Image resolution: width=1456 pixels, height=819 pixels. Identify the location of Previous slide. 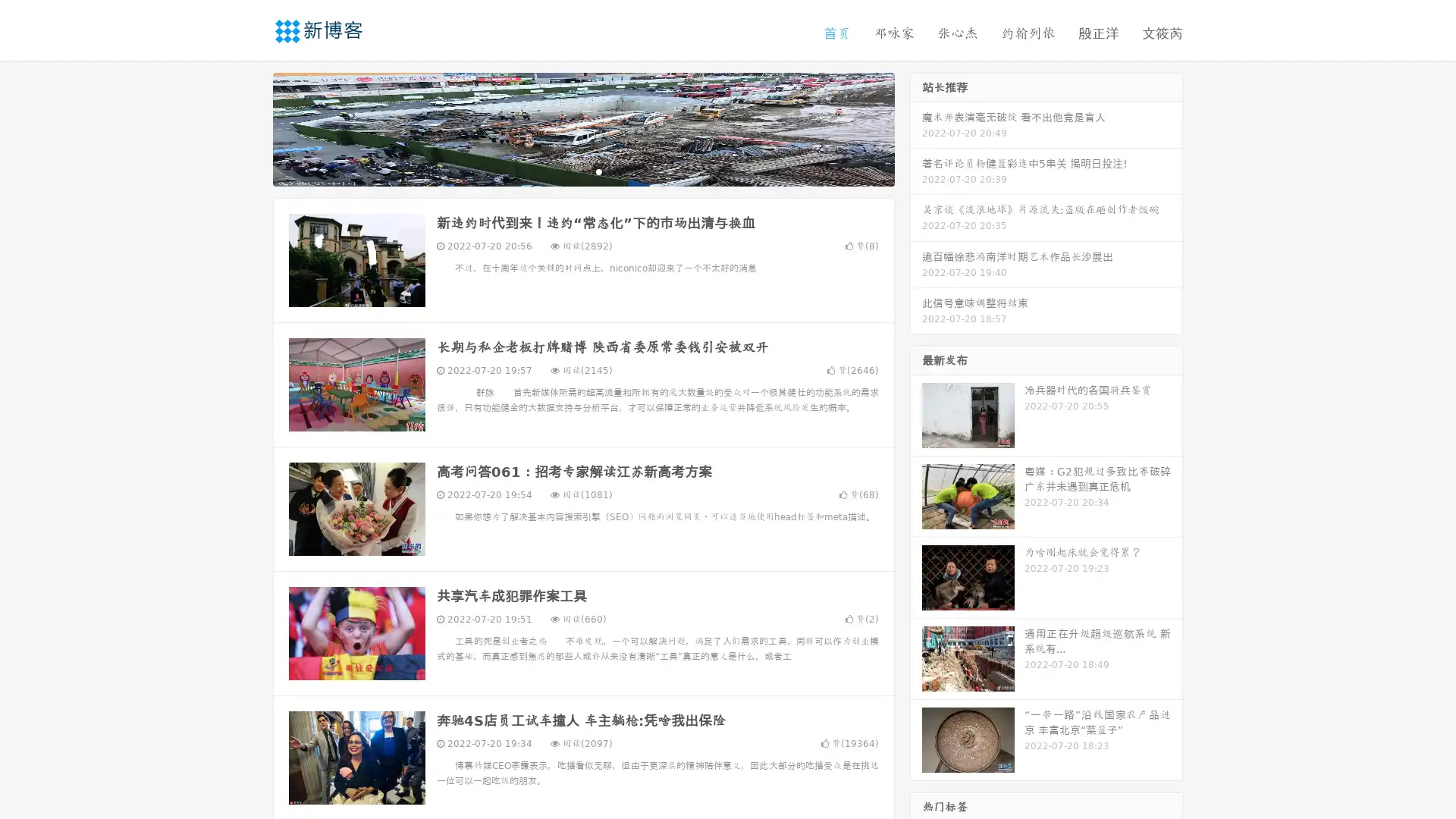
(250, 127).